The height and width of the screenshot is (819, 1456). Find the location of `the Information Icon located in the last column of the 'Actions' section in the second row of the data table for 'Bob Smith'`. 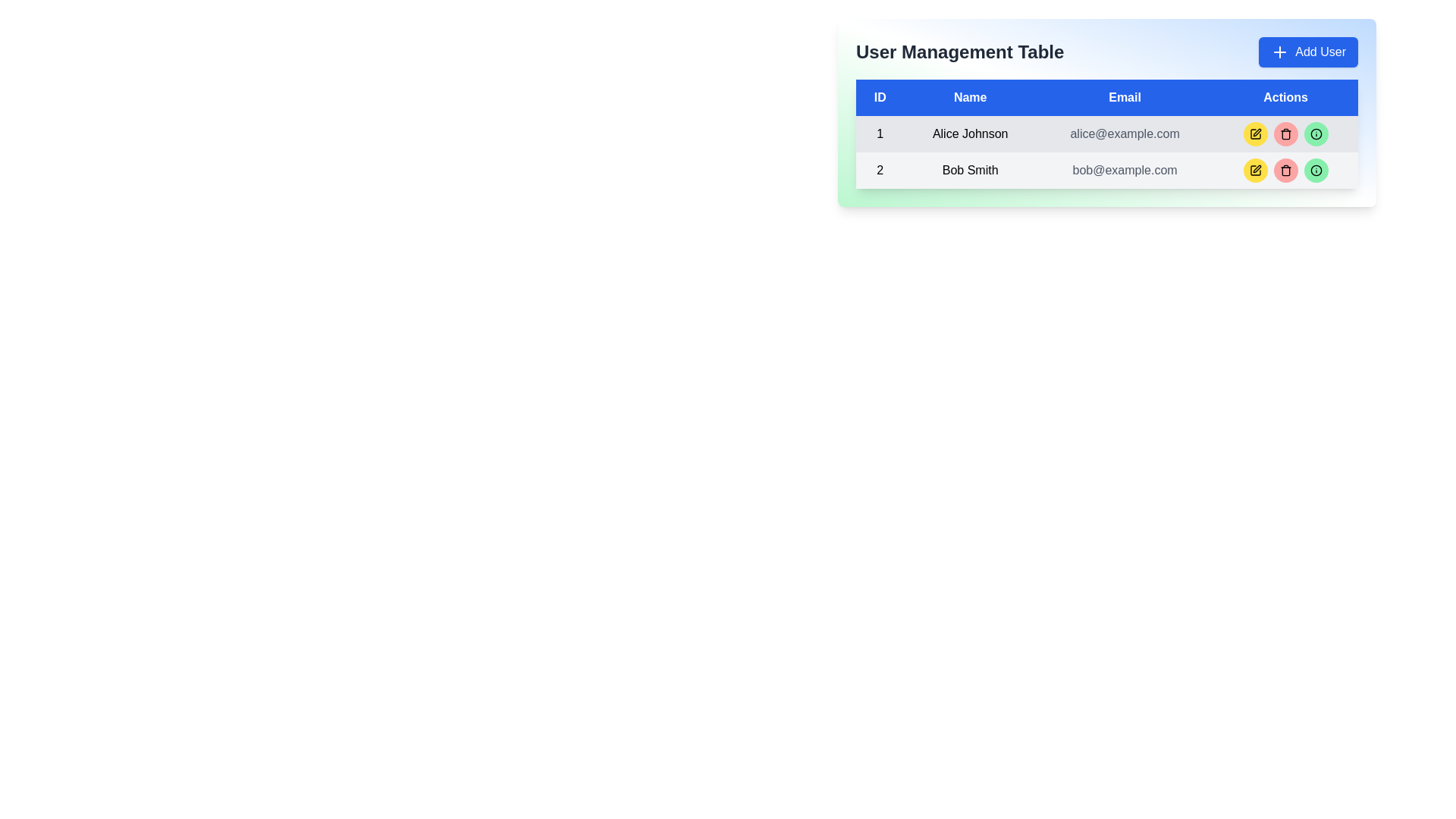

the Information Icon located in the last column of the 'Actions' section in the second row of the data table for 'Bob Smith' is located at coordinates (1315, 133).